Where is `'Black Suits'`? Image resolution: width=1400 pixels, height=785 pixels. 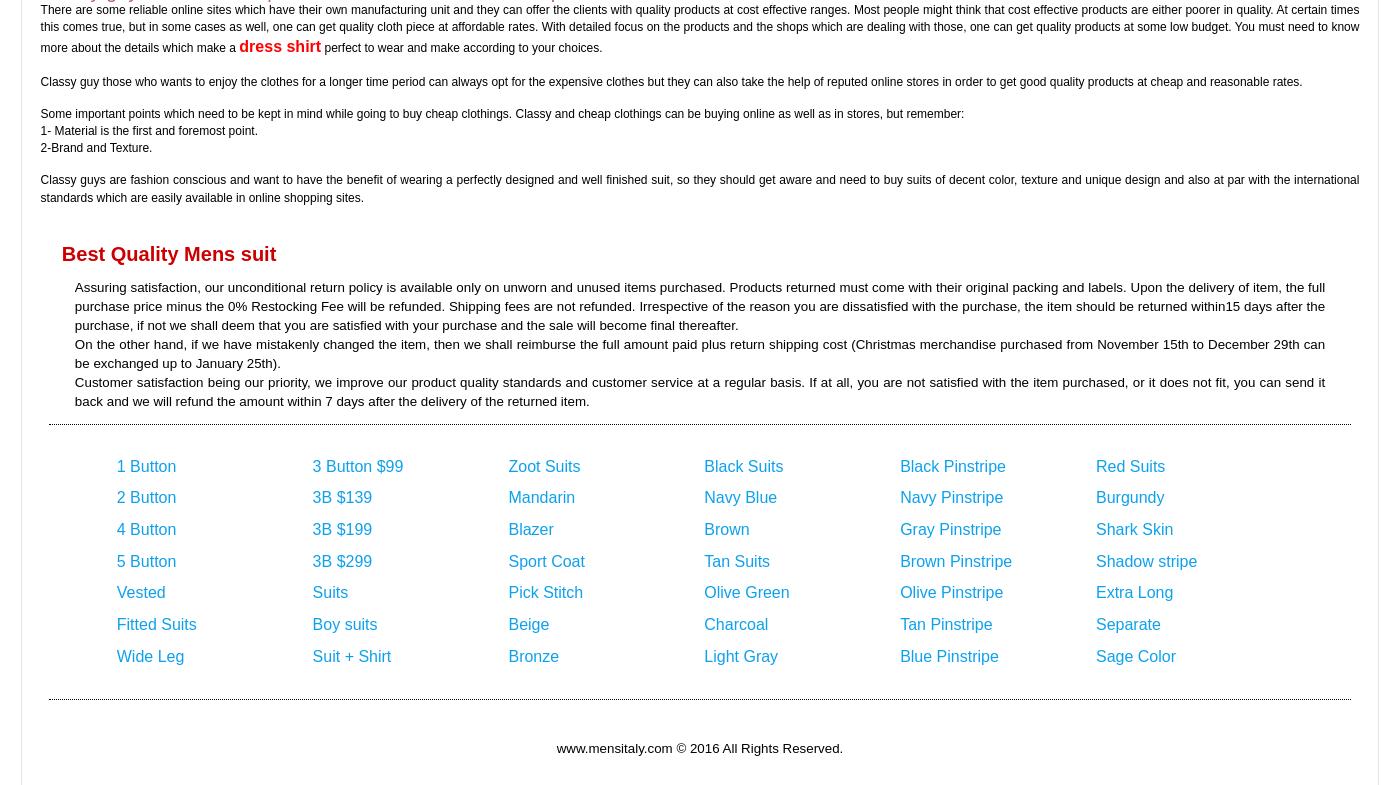 'Black Suits' is located at coordinates (704, 465).